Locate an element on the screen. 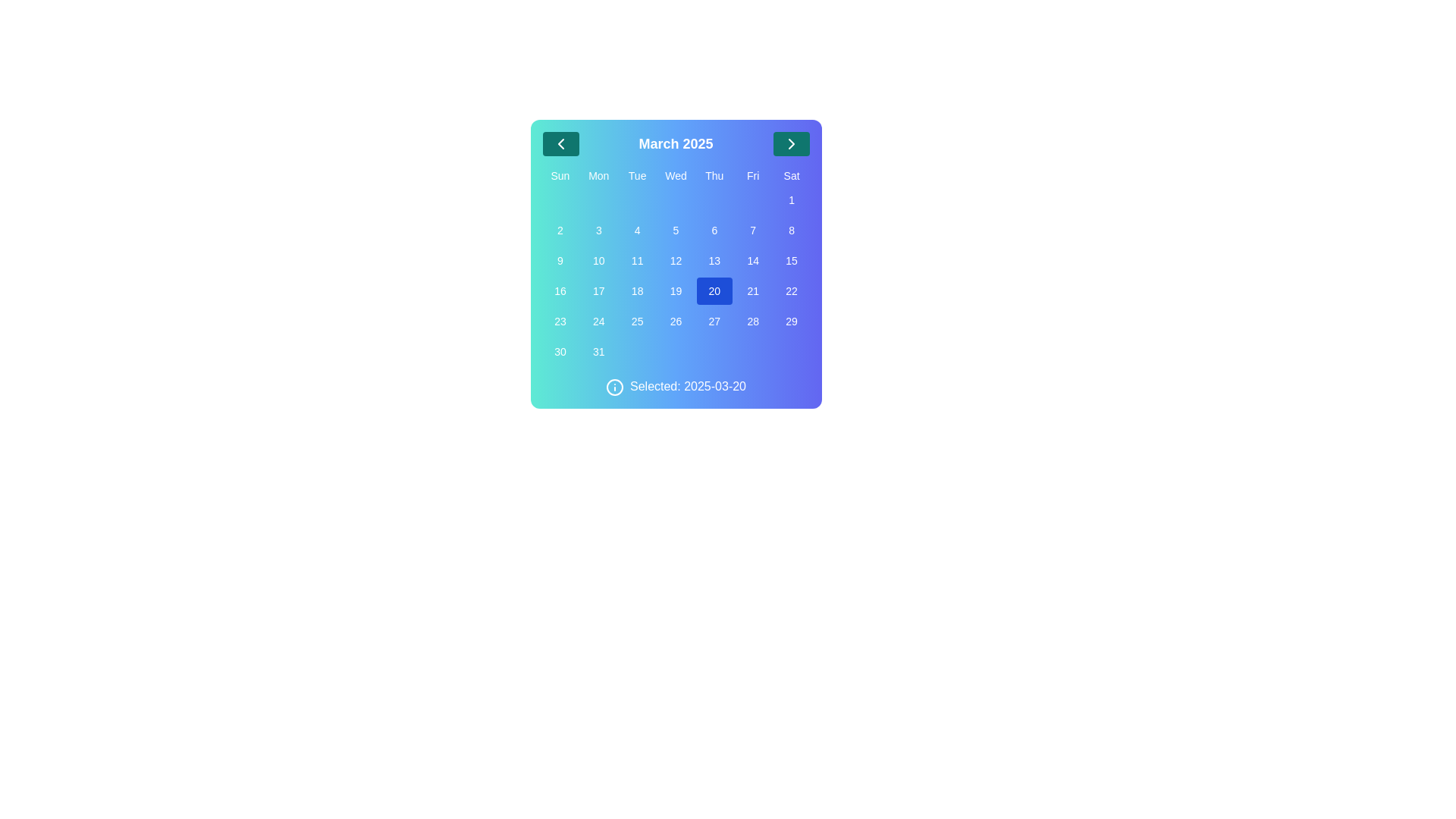  the circular button displaying the number '9' in the calendar grid, which is located in the fourth row and first column under the 'Sun' column header is located at coordinates (560, 259).